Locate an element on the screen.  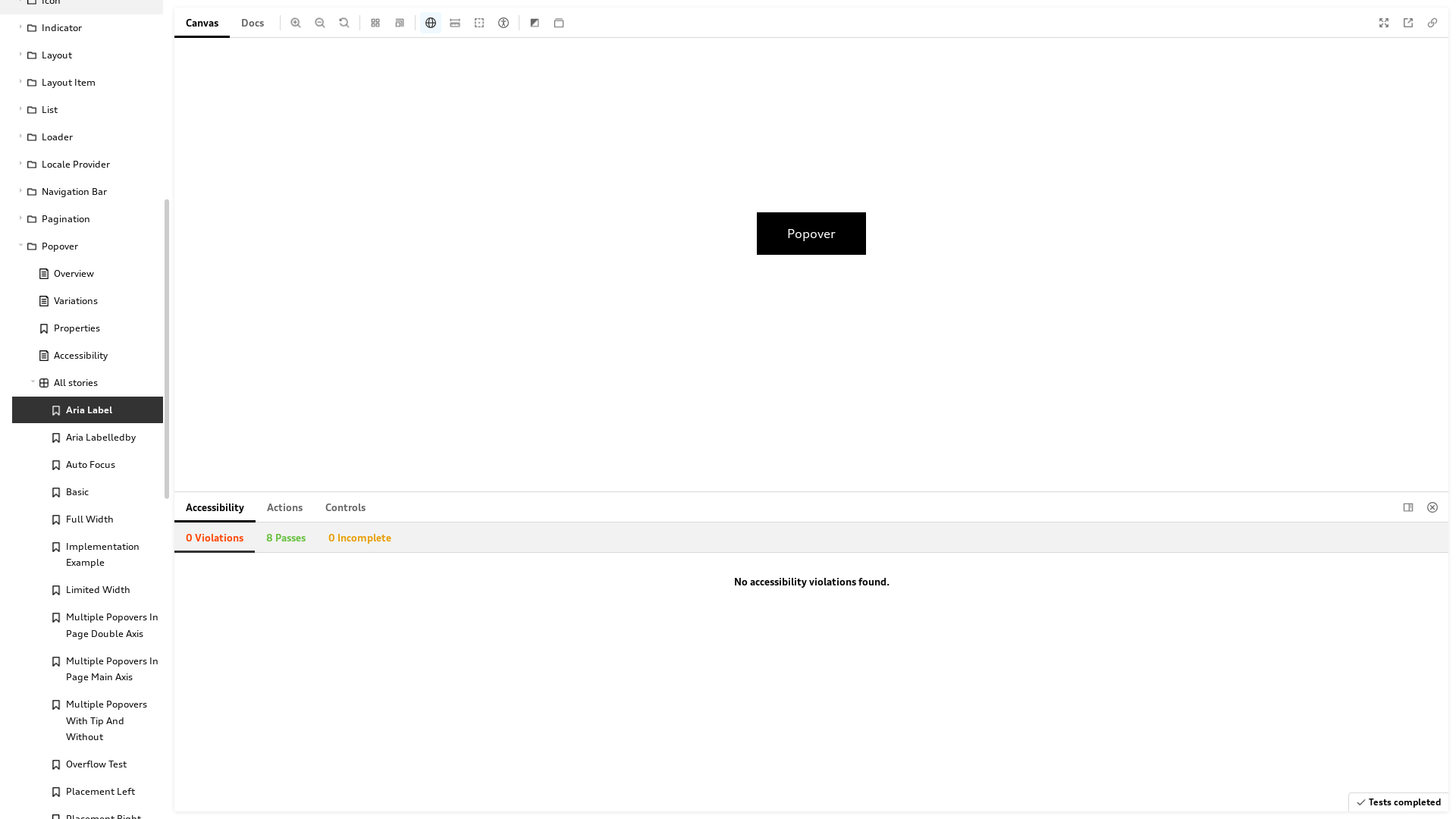
'Accessibility' is located at coordinates (174, 507).